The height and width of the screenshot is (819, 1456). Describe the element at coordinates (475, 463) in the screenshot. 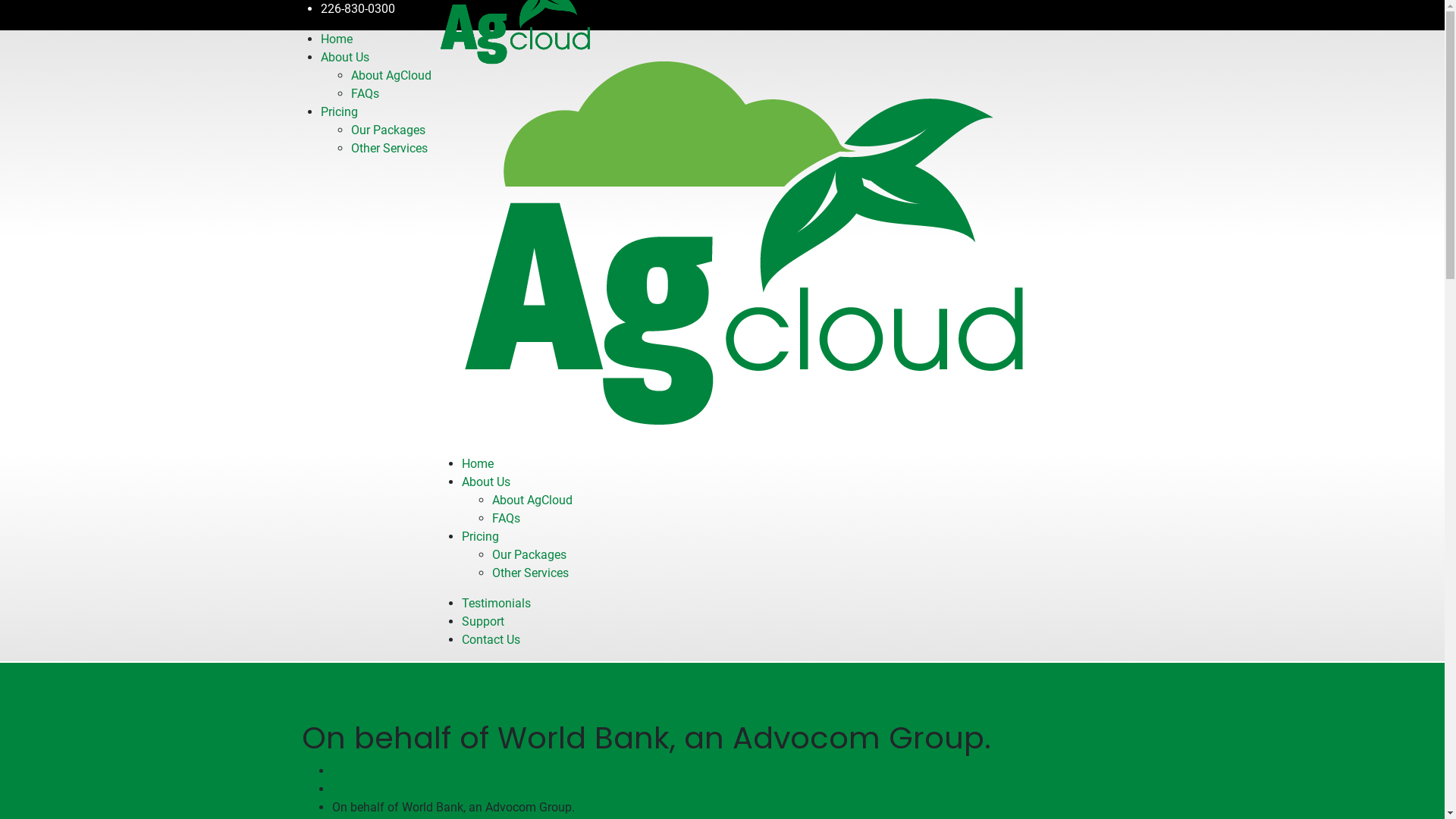

I see `'Home'` at that location.